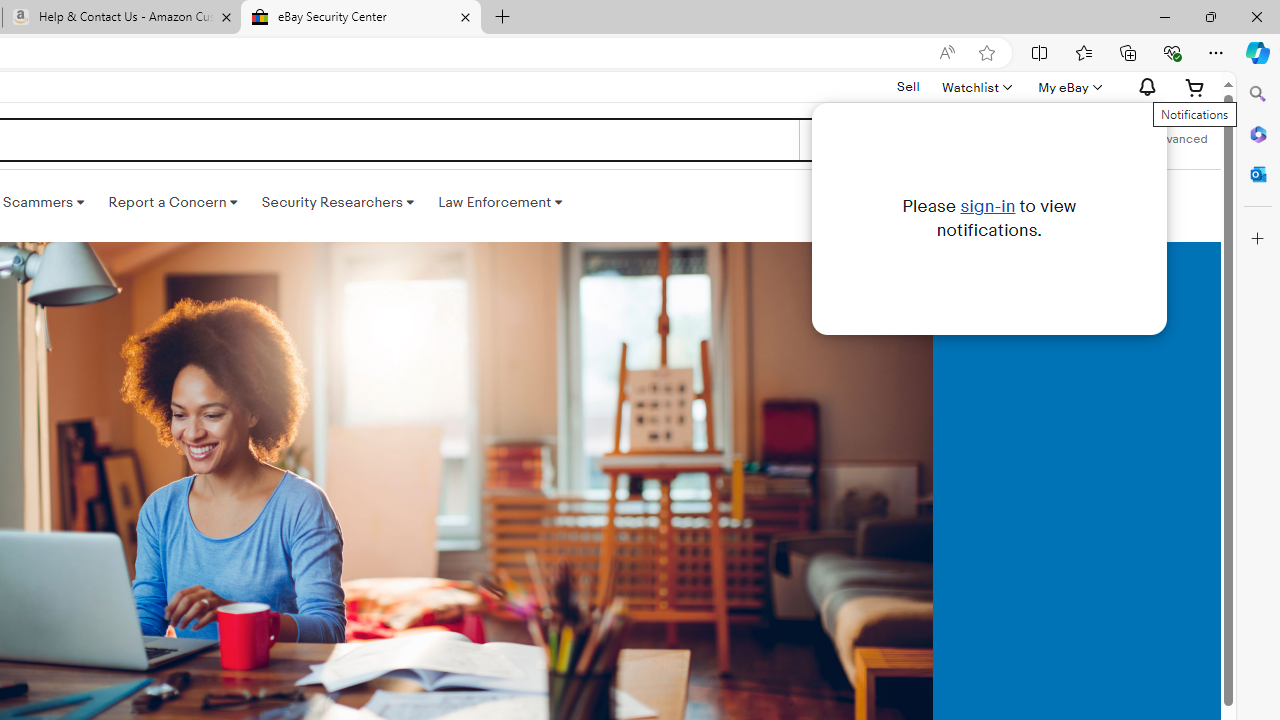 The image size is (1280, 720). What do you see at coordinates (173, 203) in the screenshot?
I see `'Report a Concern '` at bounding box center [173, 203].